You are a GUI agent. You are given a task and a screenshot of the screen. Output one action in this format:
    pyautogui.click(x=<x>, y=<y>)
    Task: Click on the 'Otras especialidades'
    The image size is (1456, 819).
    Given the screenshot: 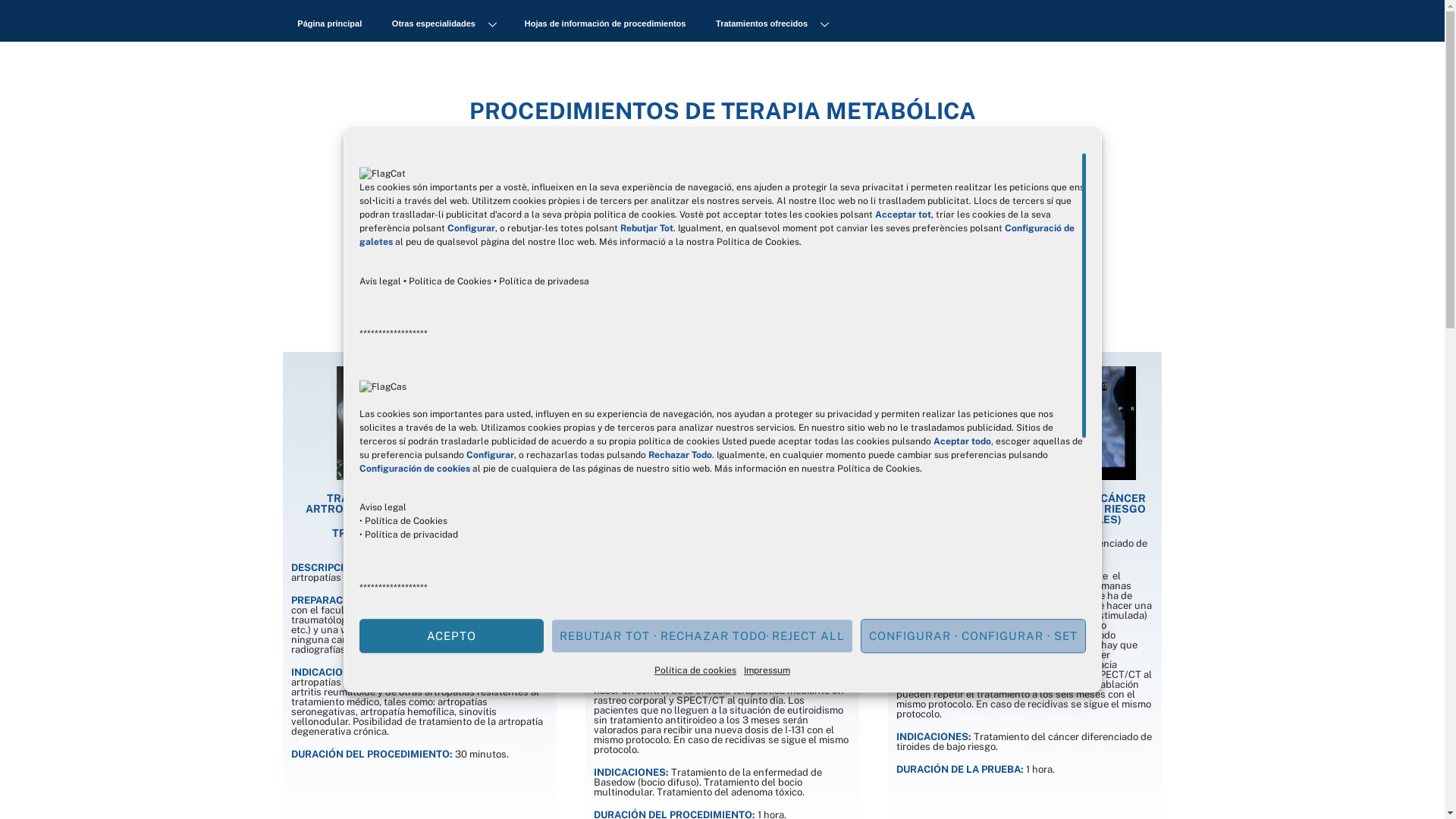 What is the action you would take?
    pyautogui.click(x=442, y=23)
    